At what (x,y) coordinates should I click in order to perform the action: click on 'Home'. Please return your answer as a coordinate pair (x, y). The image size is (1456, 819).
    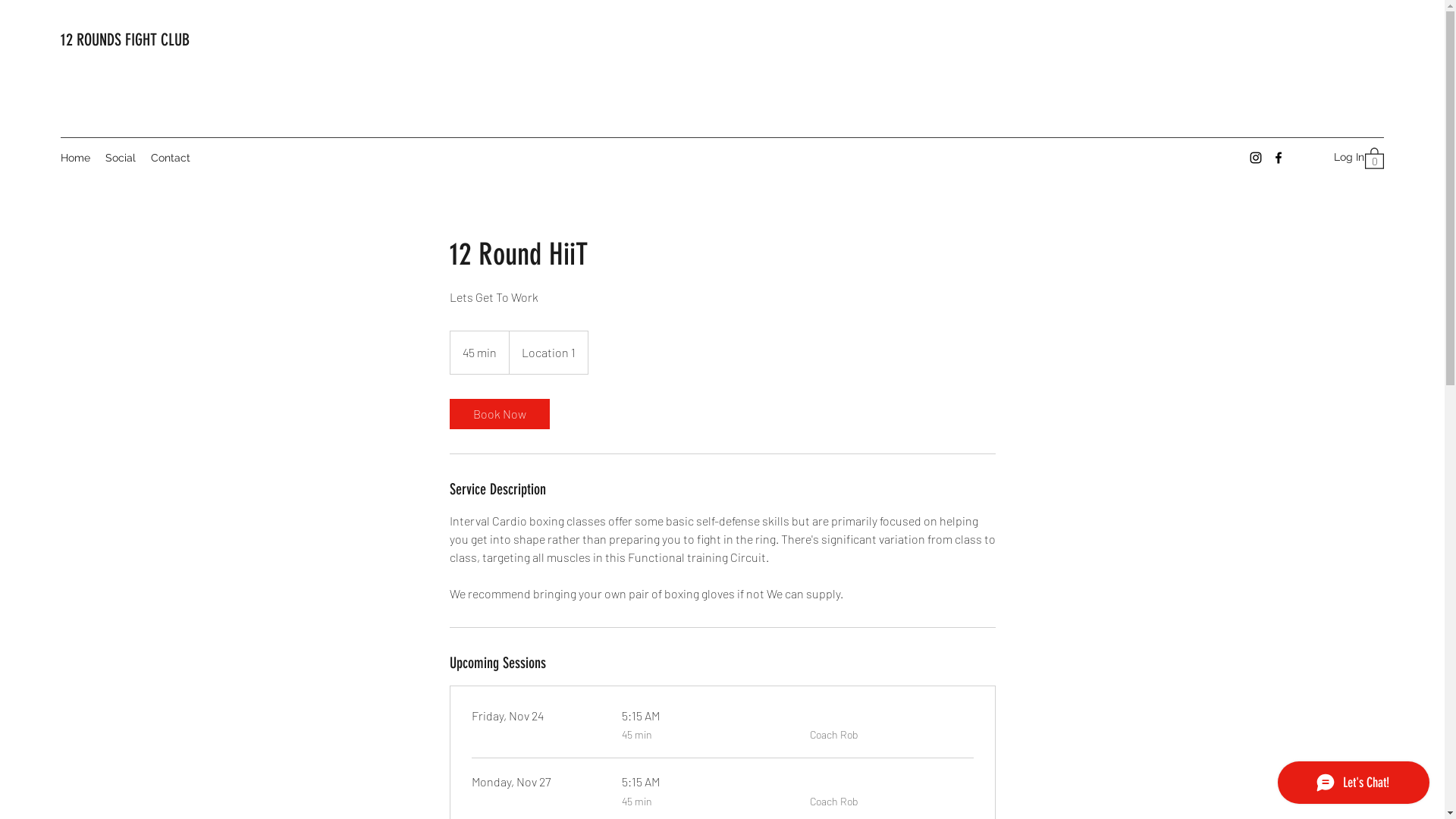
    Looking at the image, I should click on (74, 158).